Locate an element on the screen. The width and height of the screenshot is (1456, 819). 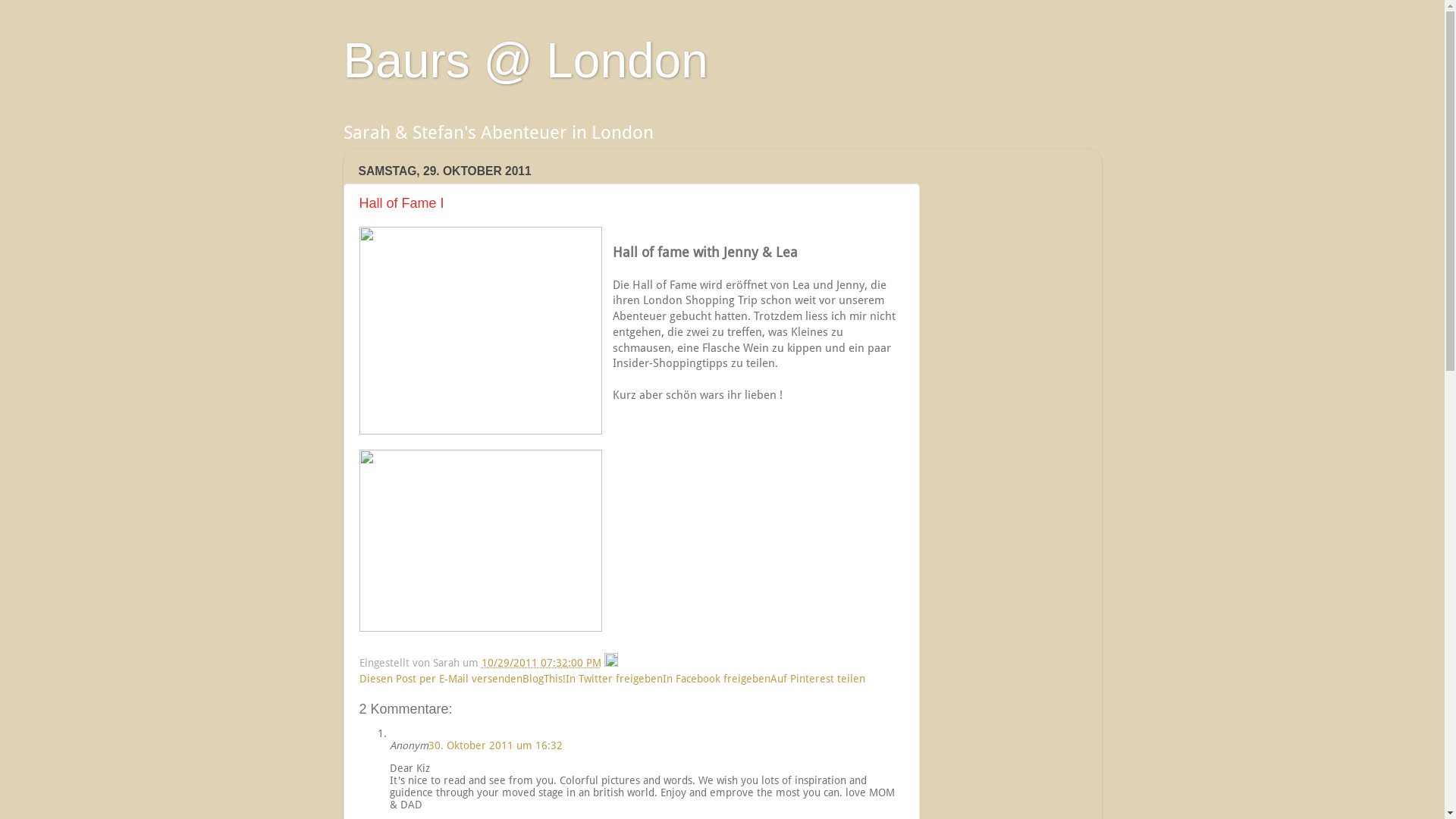
'Baurs @ London' is located at coordinates (525, 60).